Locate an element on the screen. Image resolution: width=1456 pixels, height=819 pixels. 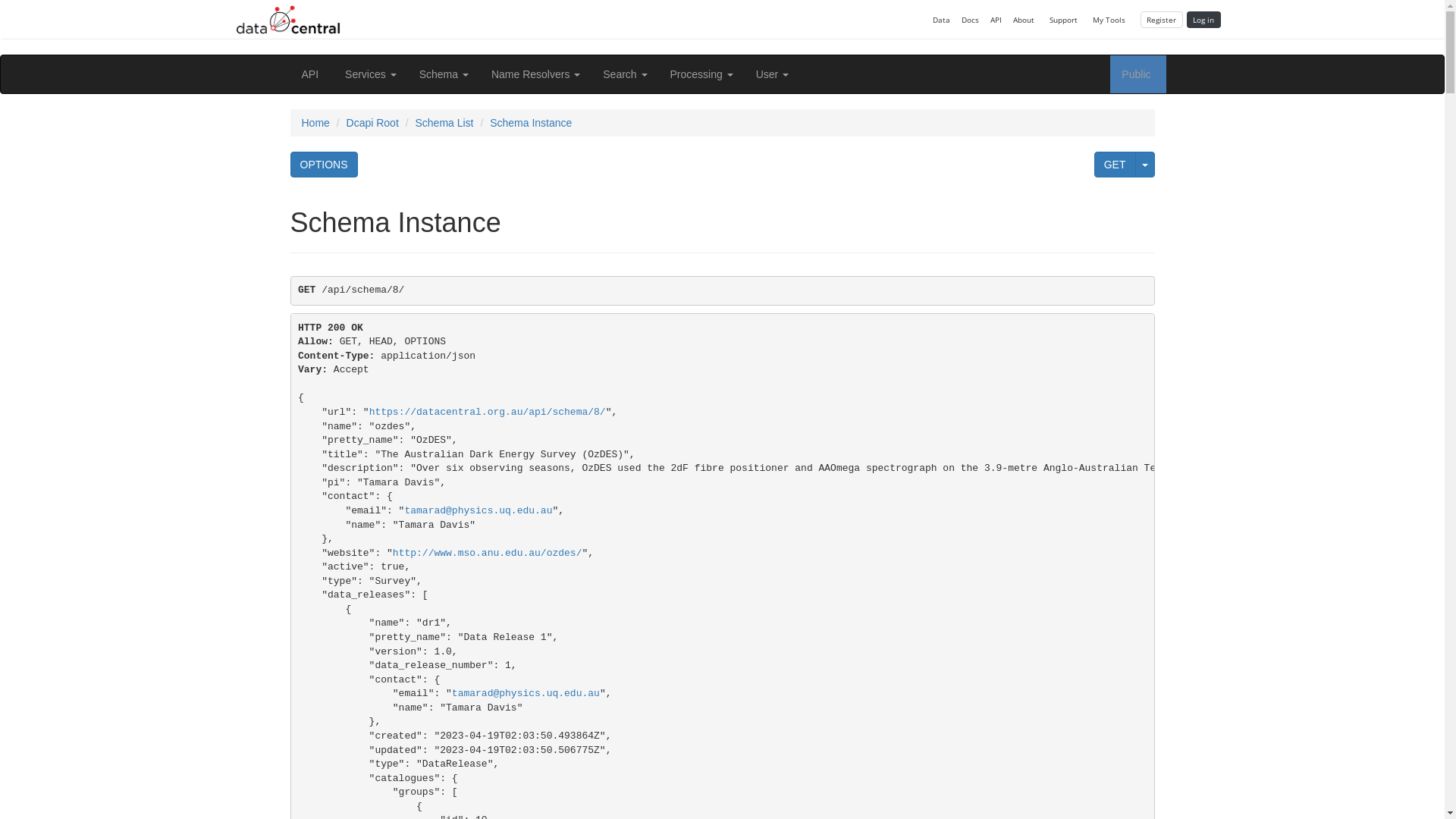
'User' is located at coordinates (772, 74).